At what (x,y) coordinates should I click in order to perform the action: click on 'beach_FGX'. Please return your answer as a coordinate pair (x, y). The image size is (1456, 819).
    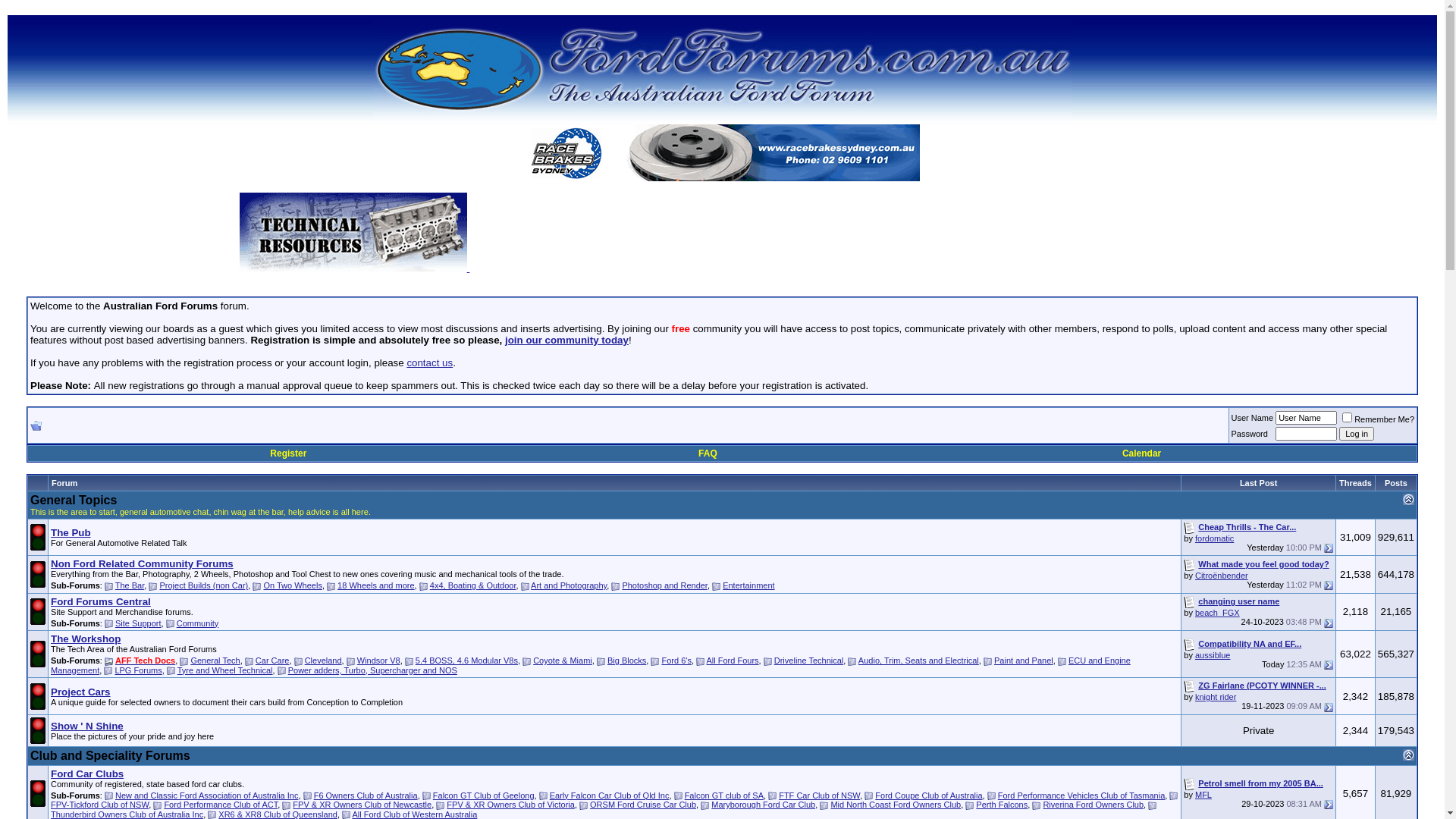
    Looking at the image, I should click on (1217, 611).